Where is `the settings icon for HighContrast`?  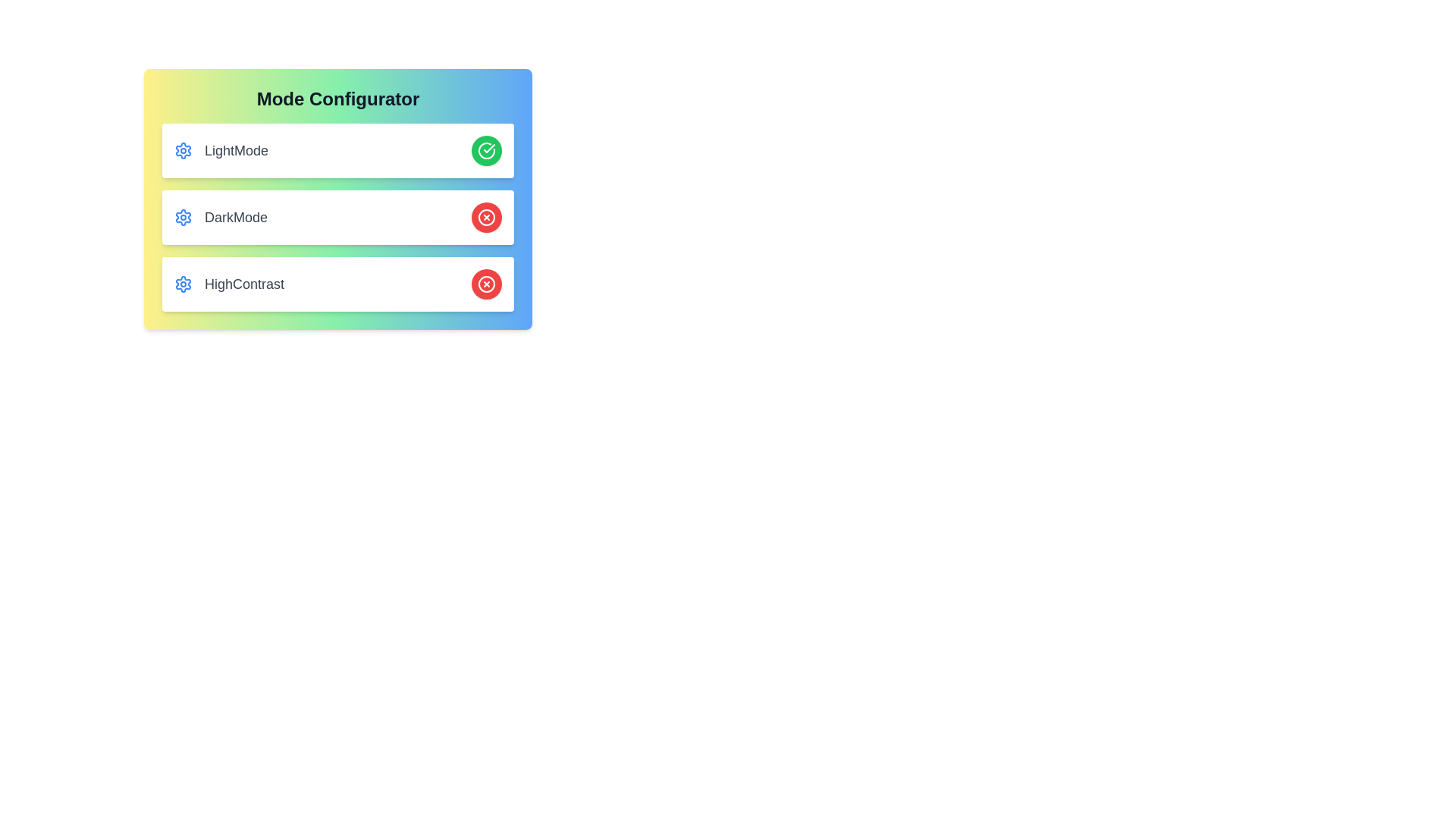
the settings icon for HighContrast is located at coordinates (182, 284).